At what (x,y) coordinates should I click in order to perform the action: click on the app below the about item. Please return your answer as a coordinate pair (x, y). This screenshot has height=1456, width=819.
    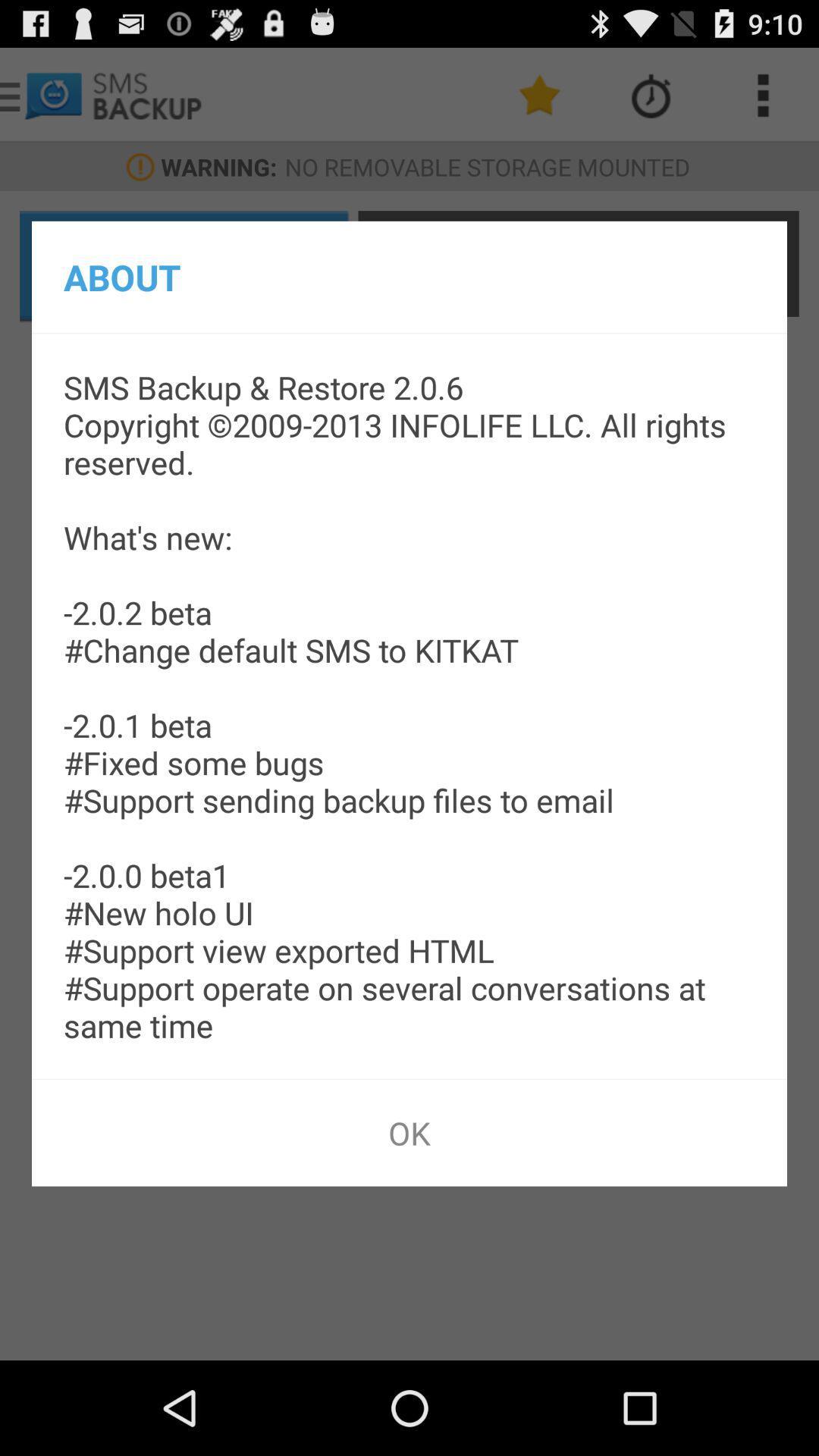
    Looking at the image, I should click on (409, 705).